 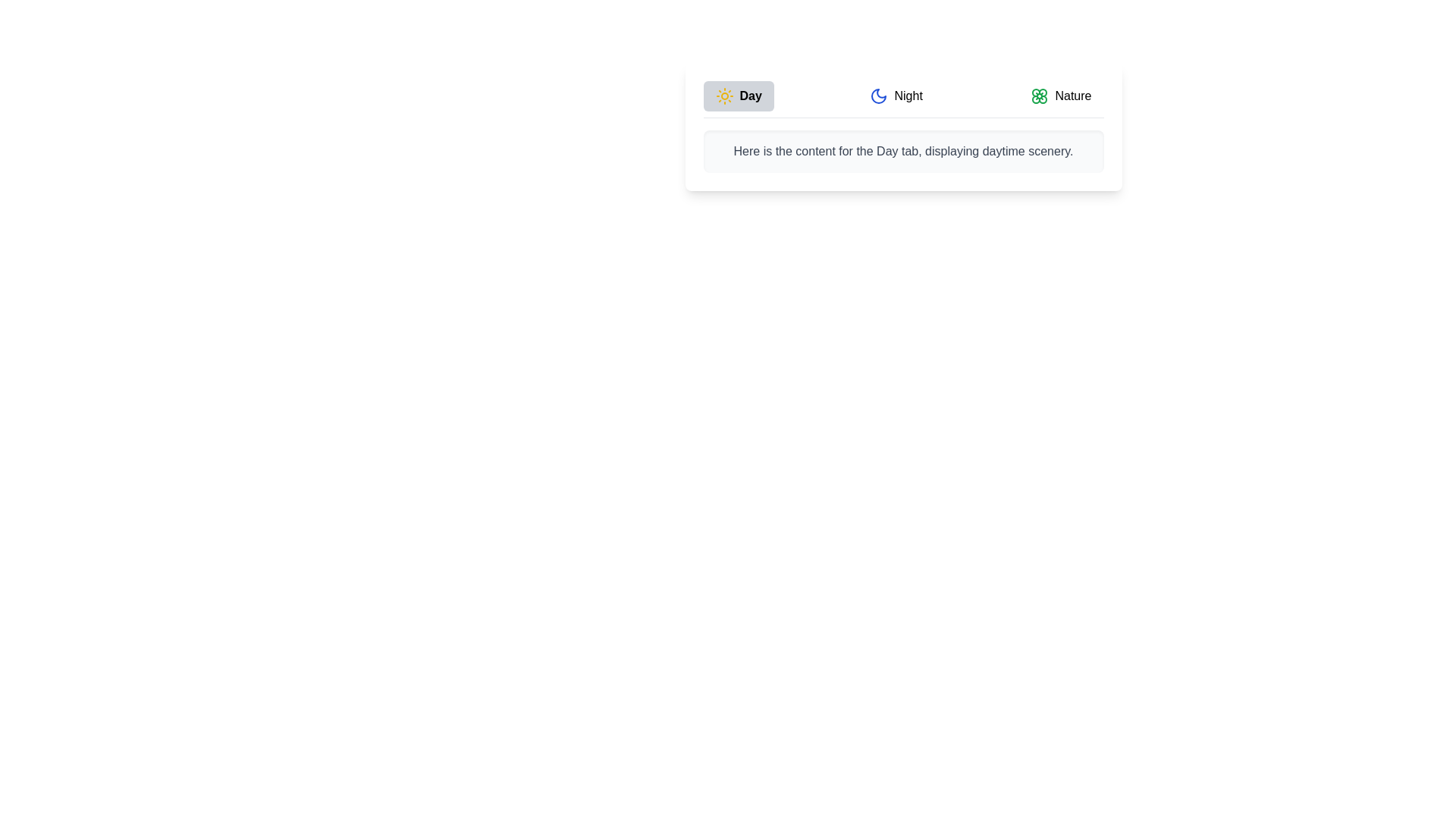 I want to click on the Day tab by clicking on its respective button, so click(x=739, y=96).